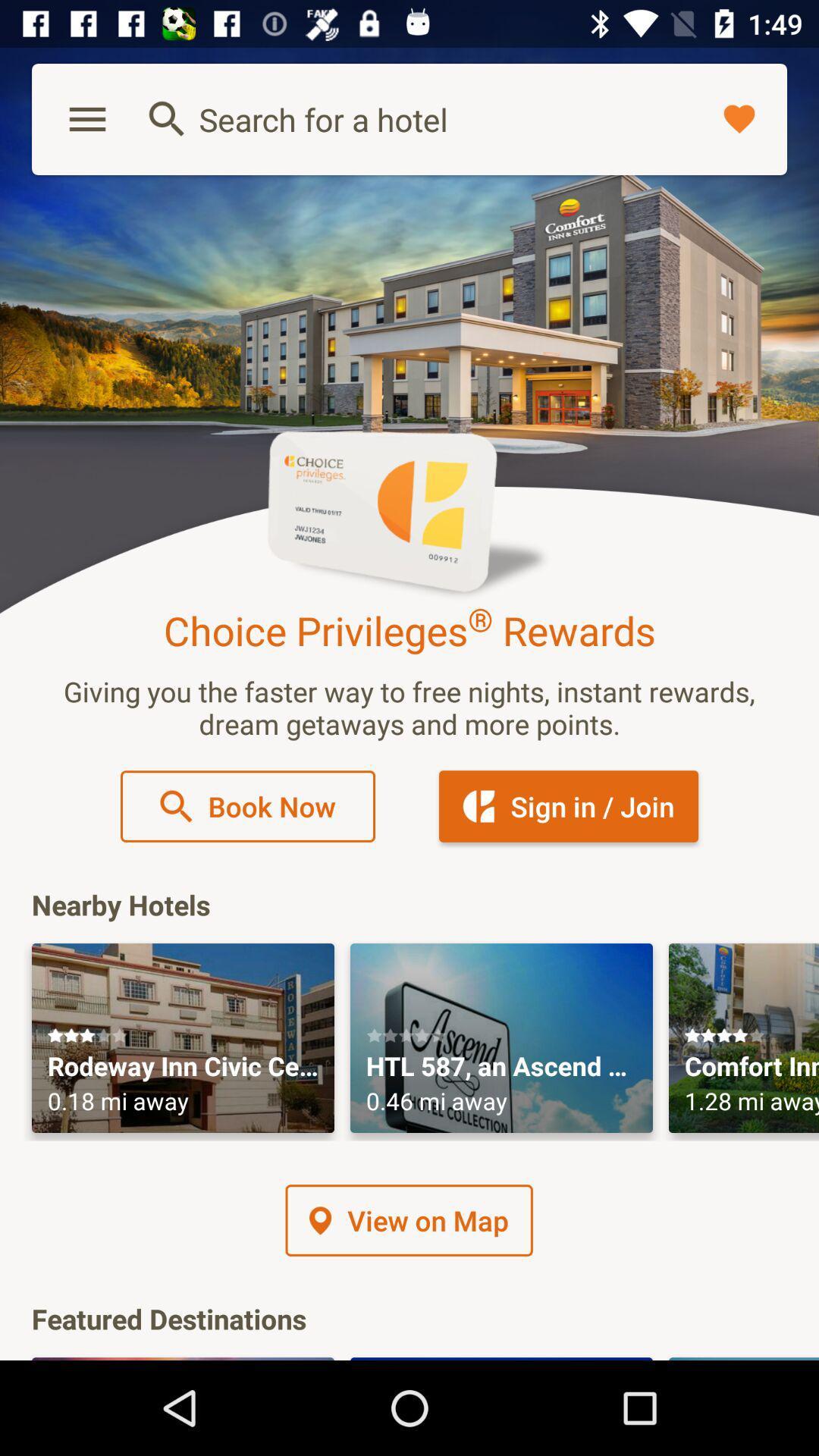 The image size is (819, 1456). Describe the element at coordinates (501, 1037) in the screenshot. I see `for hotel ascend` at that location.